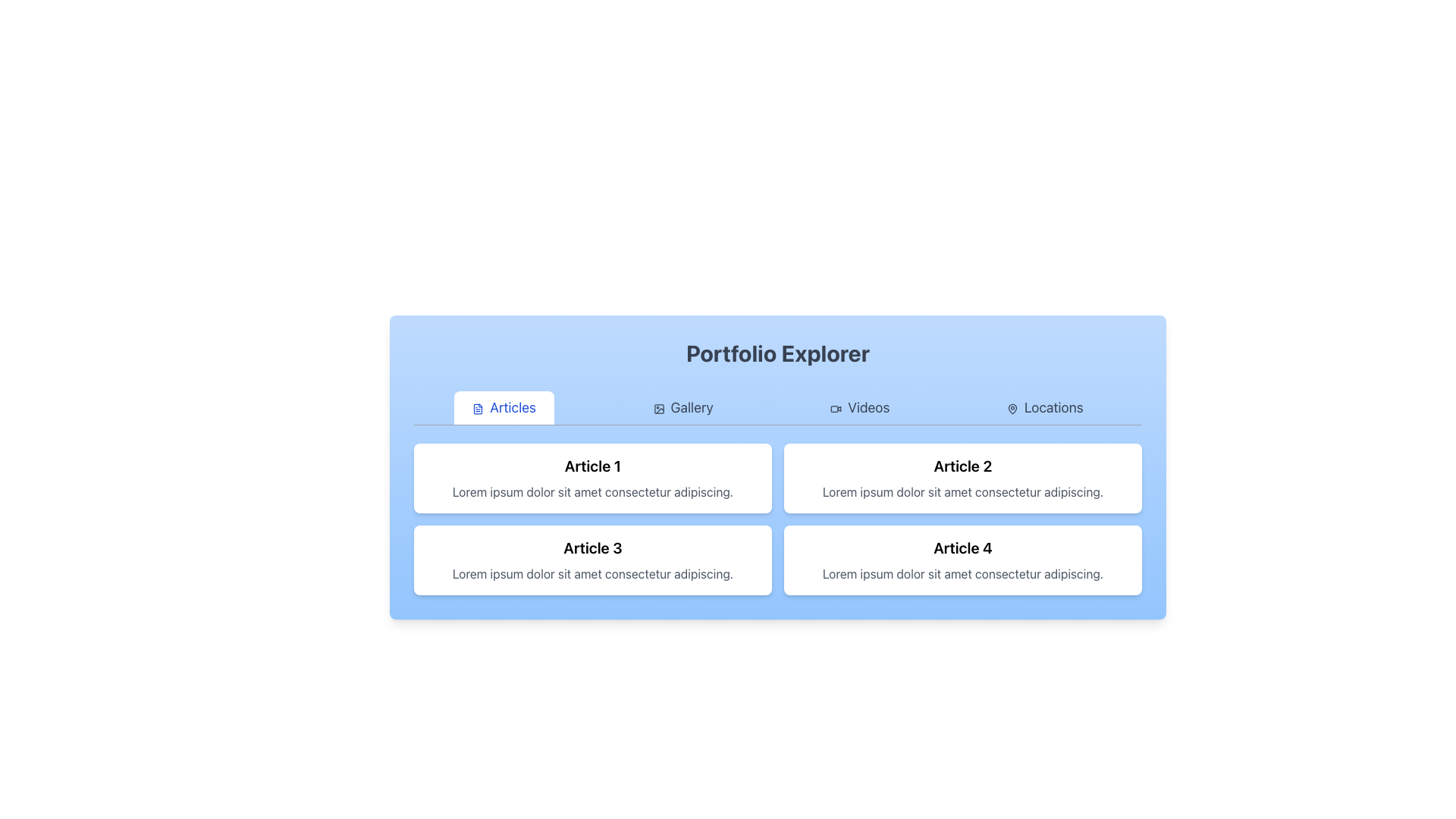 This screenshot has width=1456, height=819. I want to click on the 'Gallery' icon located next to the 'Articles' and 'Videos' tabs, so click(658, 408).